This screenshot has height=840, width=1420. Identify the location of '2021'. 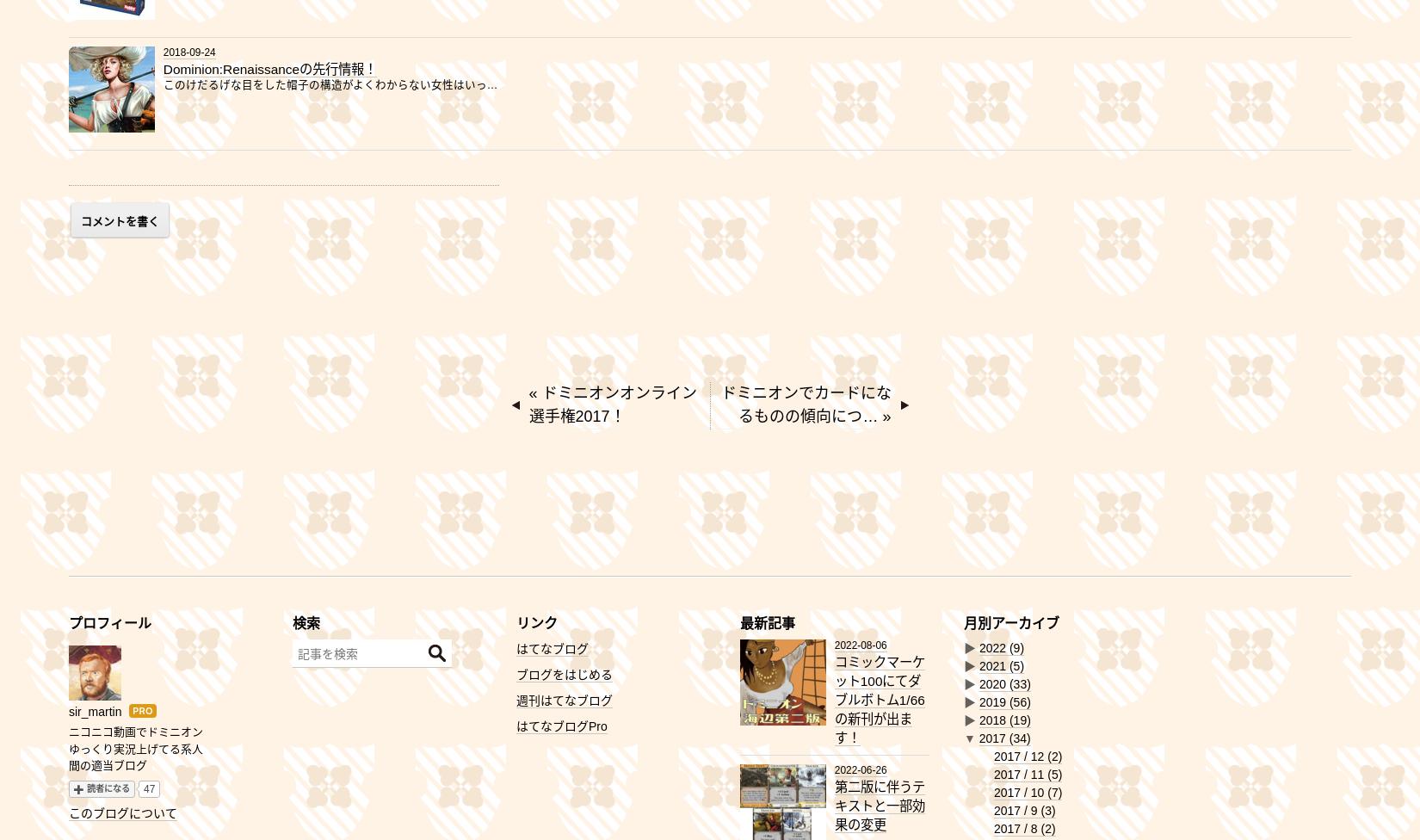
(993, 665).